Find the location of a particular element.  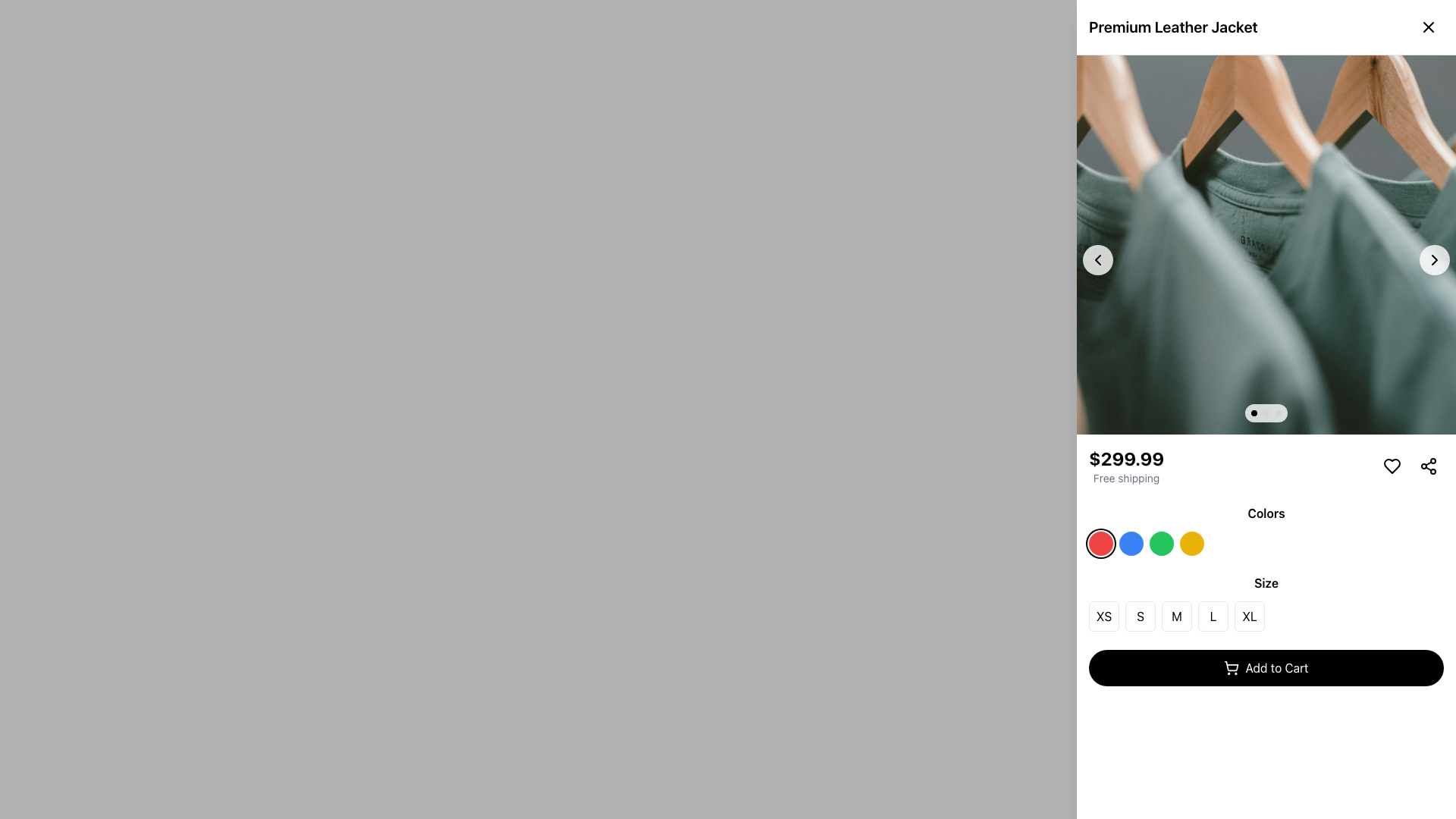

the button with a heart-shaped icon located at the top-right corner of the product description area is located at coordinates (1392, 465).